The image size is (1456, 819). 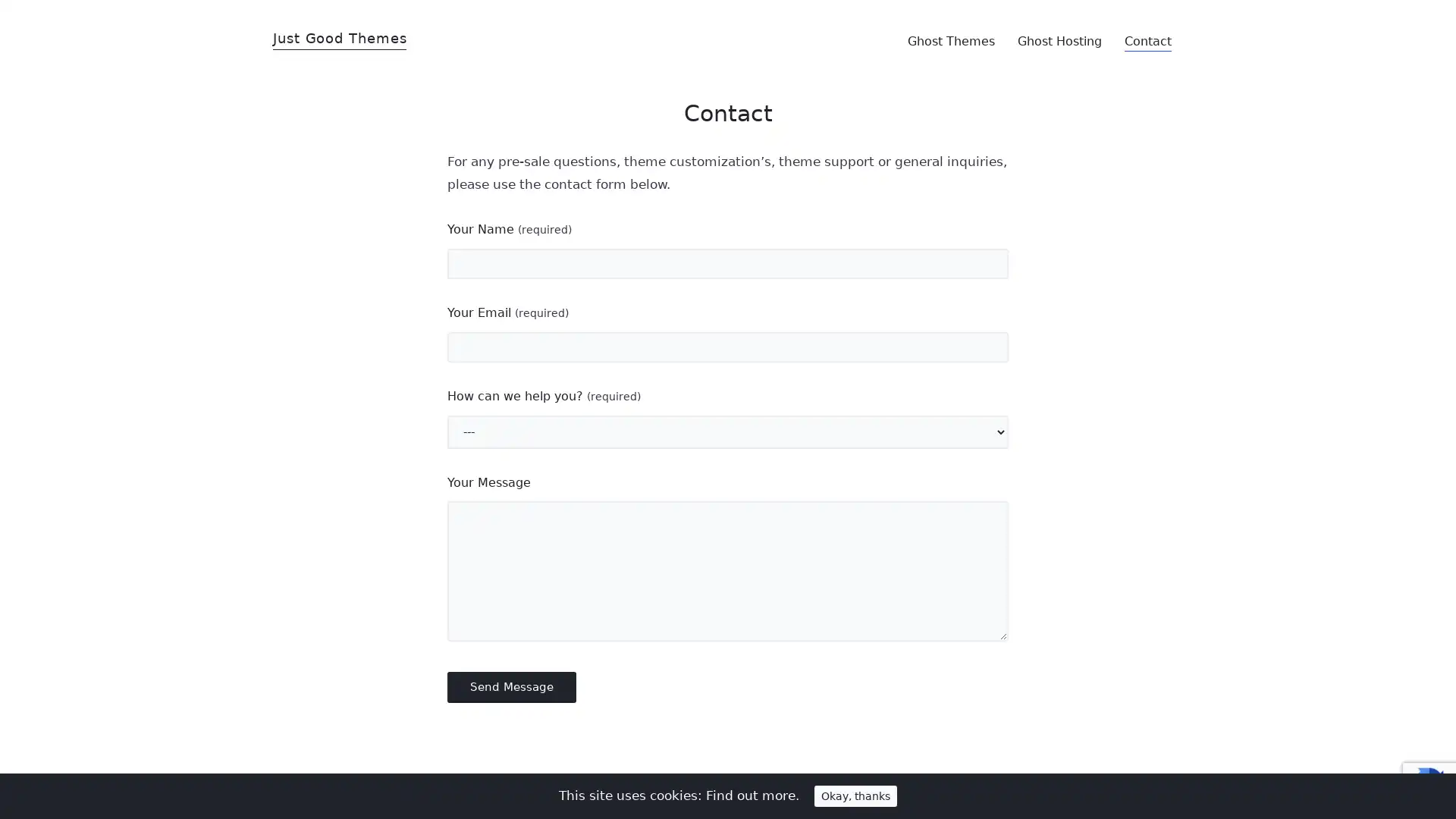 I want to click on Okay, thanks, so click(x=855, y=795).